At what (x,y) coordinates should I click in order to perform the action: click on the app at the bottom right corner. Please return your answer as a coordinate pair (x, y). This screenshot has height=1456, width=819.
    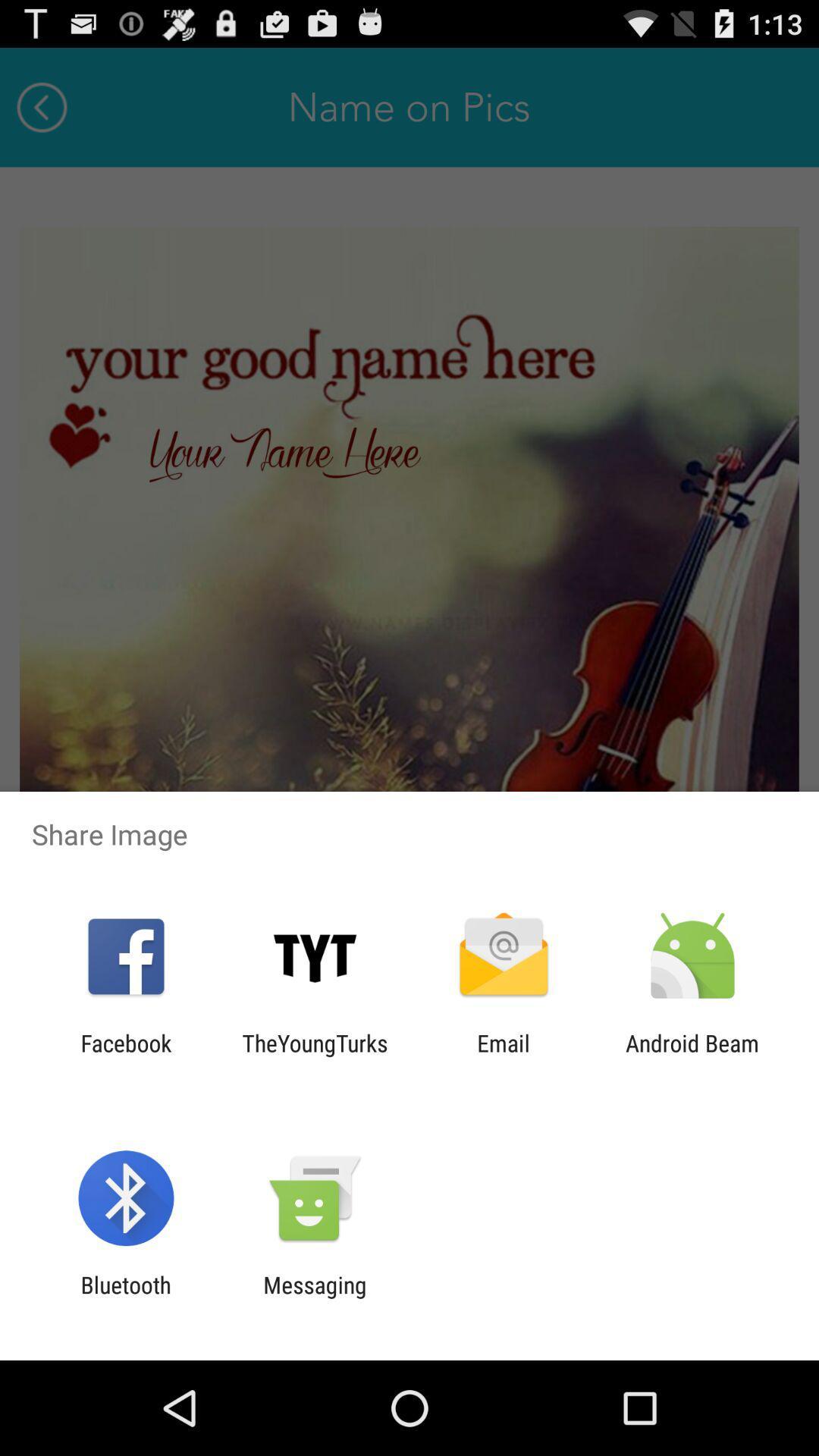
    Looking at the image, I should click on (692, 1056).